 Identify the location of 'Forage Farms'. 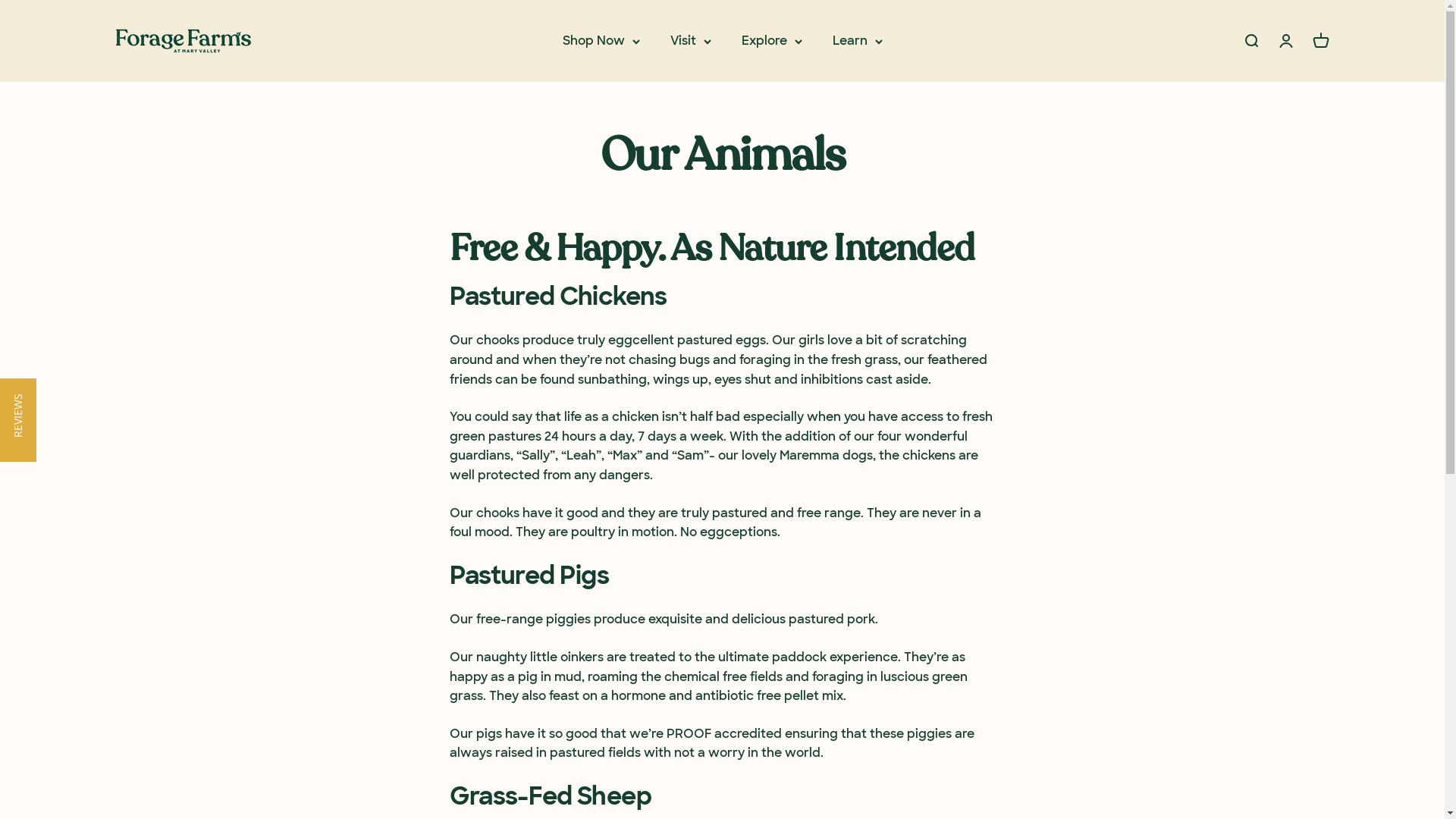
(115, 40).